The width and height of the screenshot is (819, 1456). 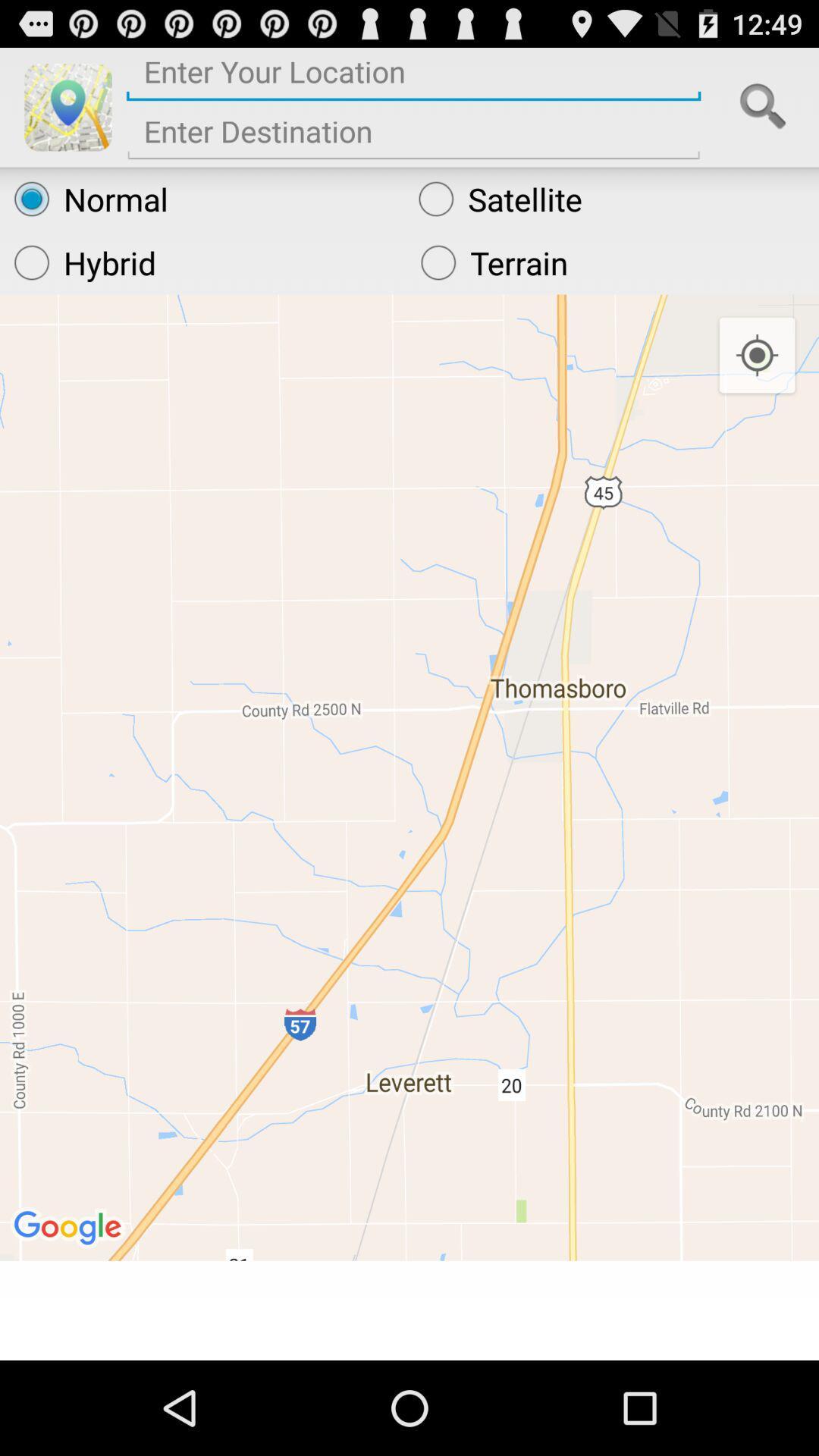 What do you see at coordinates (763, 106) in the screenshot?
I see `search bar` at bounding box center [763, 106].